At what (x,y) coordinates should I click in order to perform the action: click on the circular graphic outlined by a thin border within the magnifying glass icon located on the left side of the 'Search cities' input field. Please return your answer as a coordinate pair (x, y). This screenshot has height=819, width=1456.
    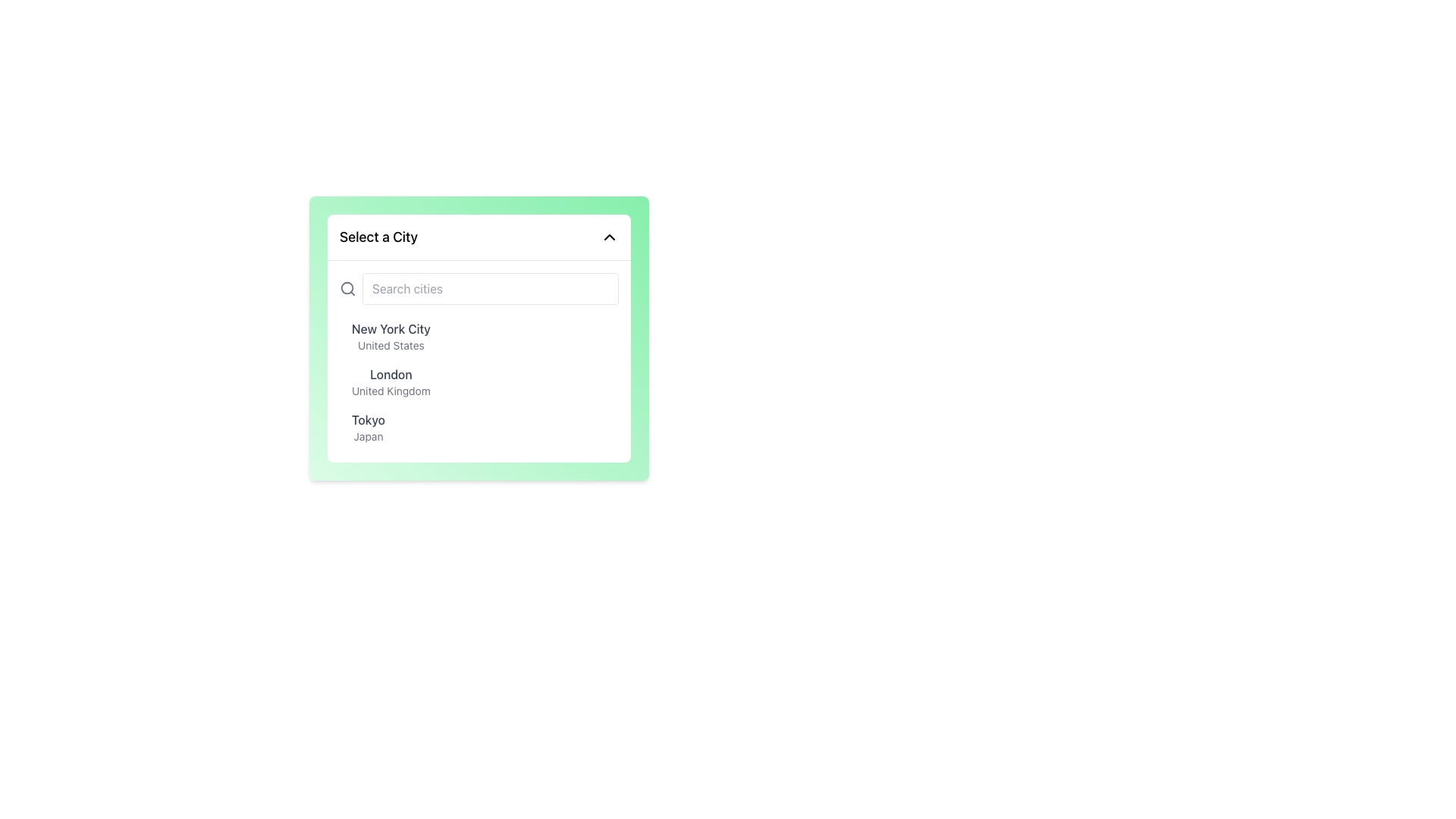
    Looking at the image, I should click on (347, 288).